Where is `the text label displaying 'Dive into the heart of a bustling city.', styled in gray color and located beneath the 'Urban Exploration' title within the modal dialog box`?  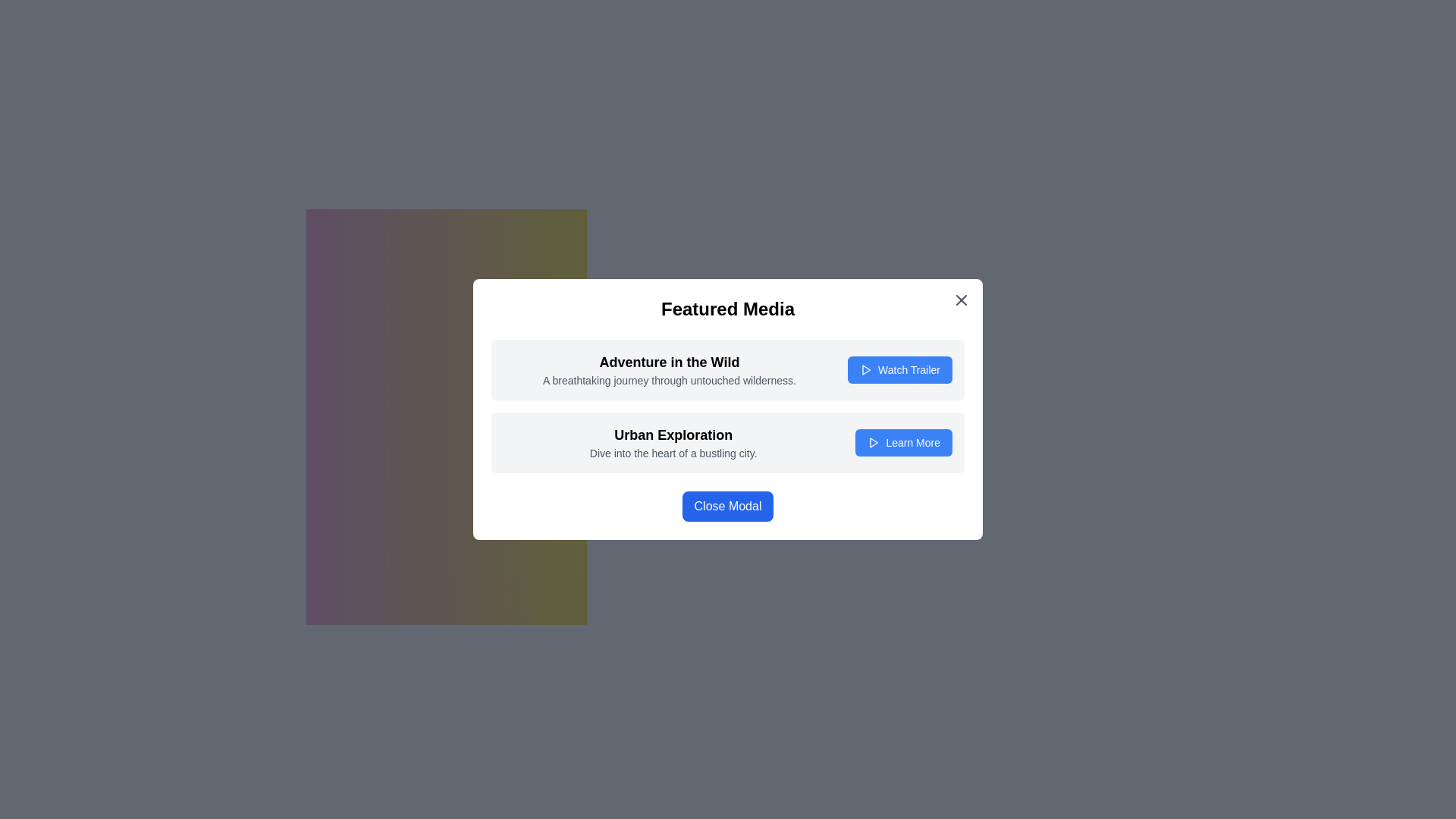
the text label displaying 'Dive into the heart of a bustling city.', styled in gray color and located beneath the 'Urban Exploration' title within the modal dialog box is located at coordinates (673, 452).